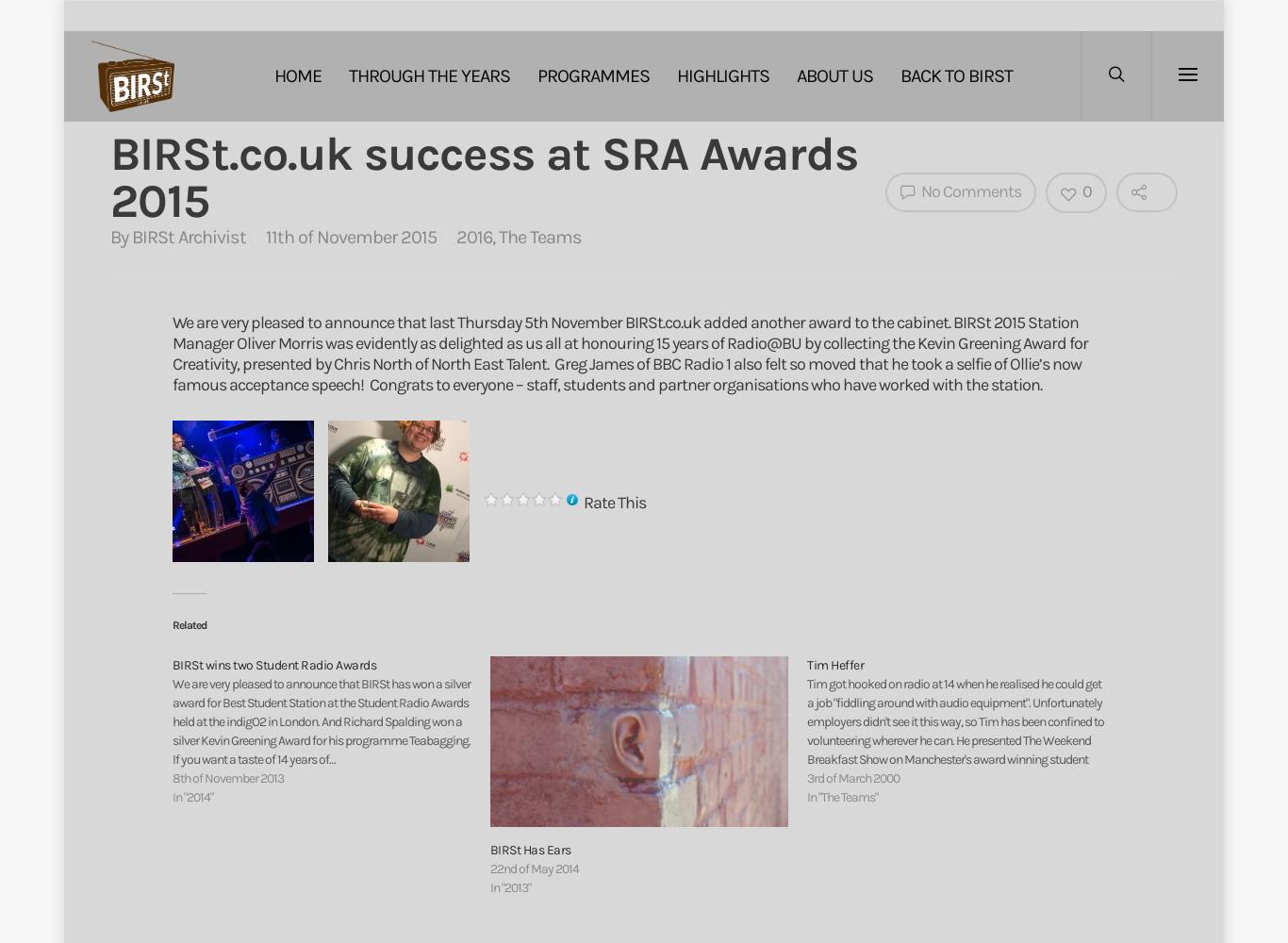 The image size is (1288, 943). What do you see at coordinates (495, 237) in the screenshot?
I see `','` at bounding box center [495, 237].